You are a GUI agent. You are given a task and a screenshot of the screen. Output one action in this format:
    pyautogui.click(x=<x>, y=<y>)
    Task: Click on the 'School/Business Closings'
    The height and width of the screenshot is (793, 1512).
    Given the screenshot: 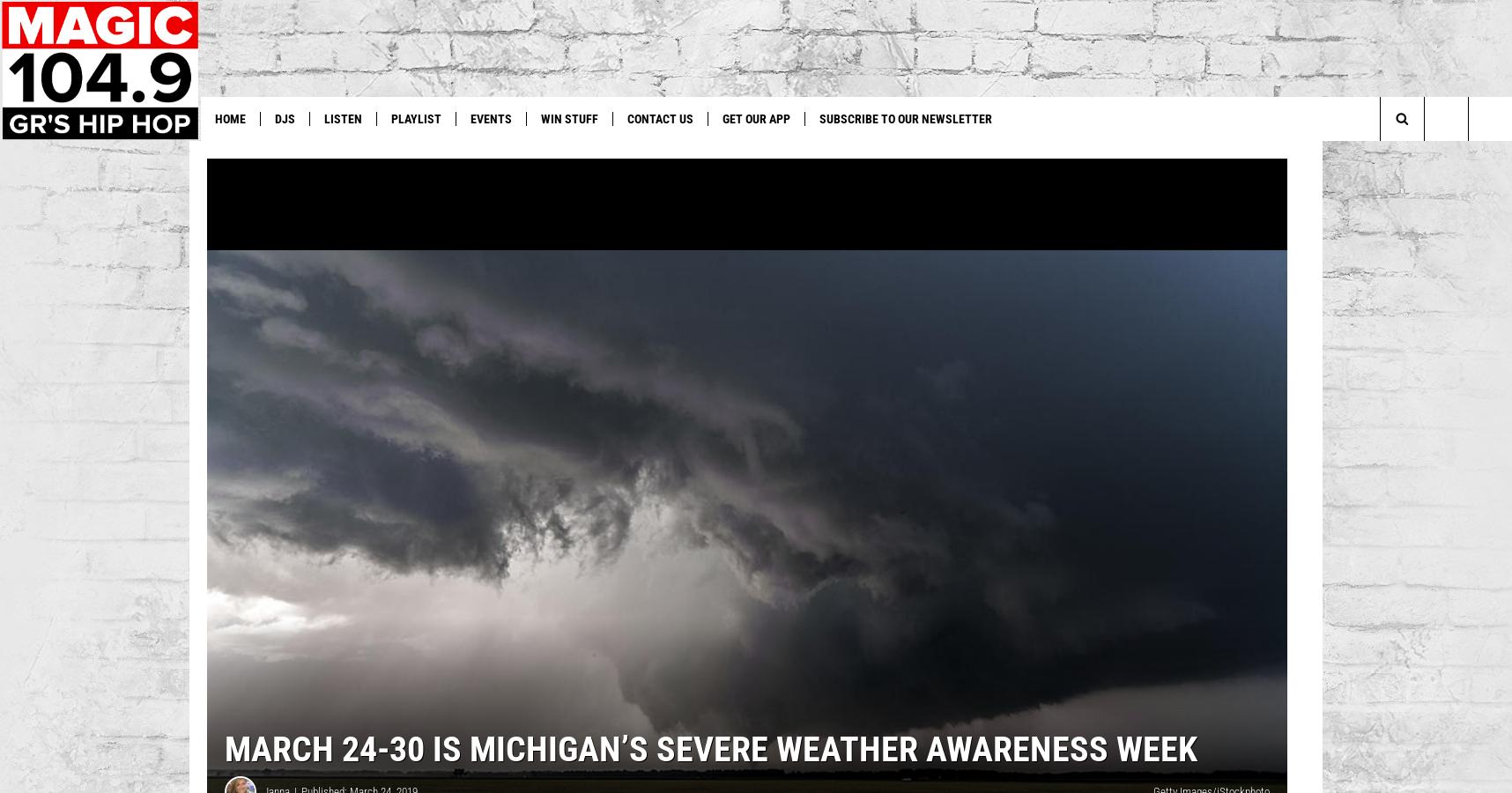 What is the action you would take?
    pyautogui.click(x=1018, y=155)
    